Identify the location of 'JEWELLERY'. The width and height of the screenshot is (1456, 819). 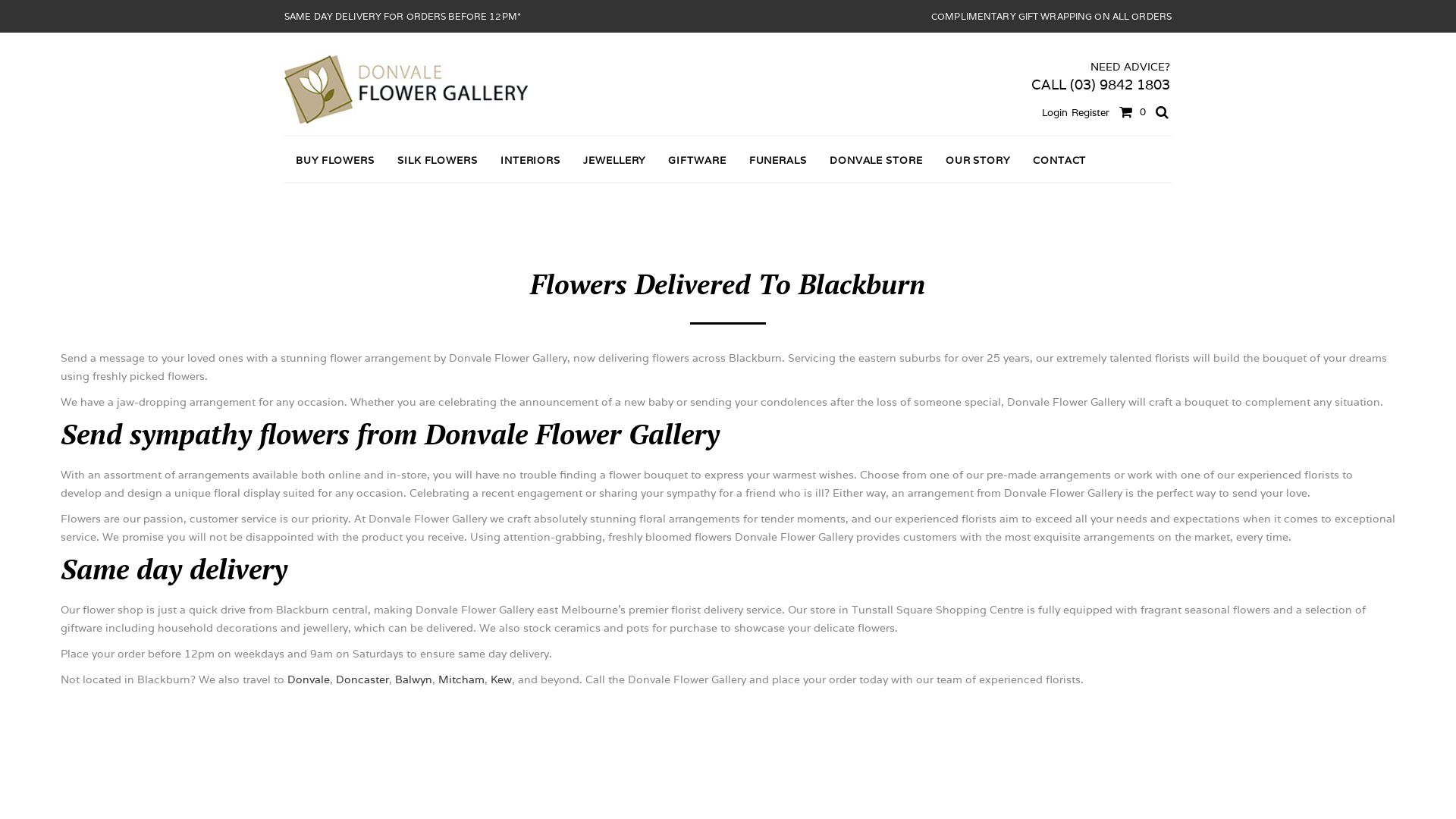
(570, 160).